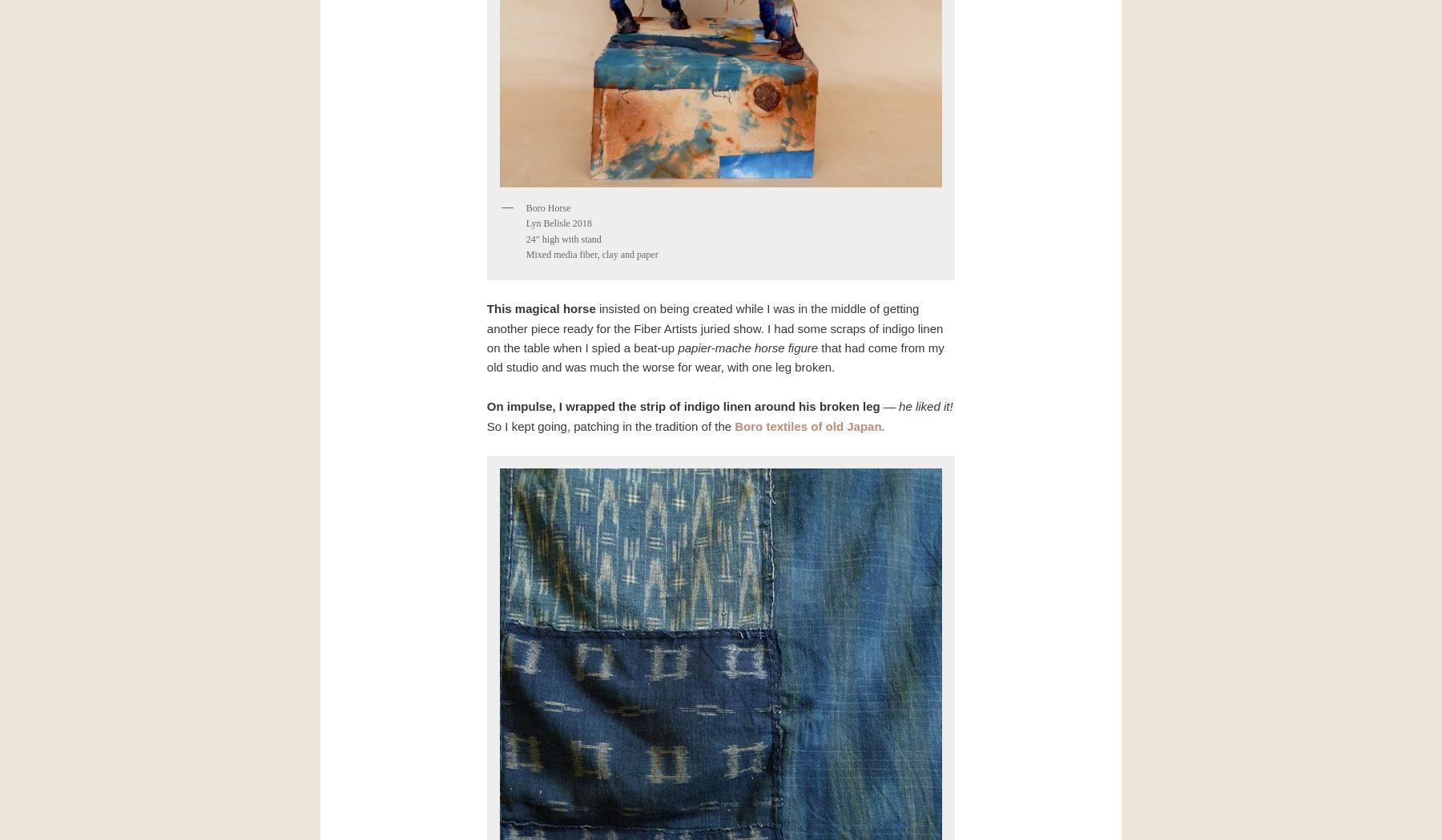  Describe the element at coordinates (609, 425) in the screenshot. I see `'So I kept going, patching in the tradition of the'` at that location.